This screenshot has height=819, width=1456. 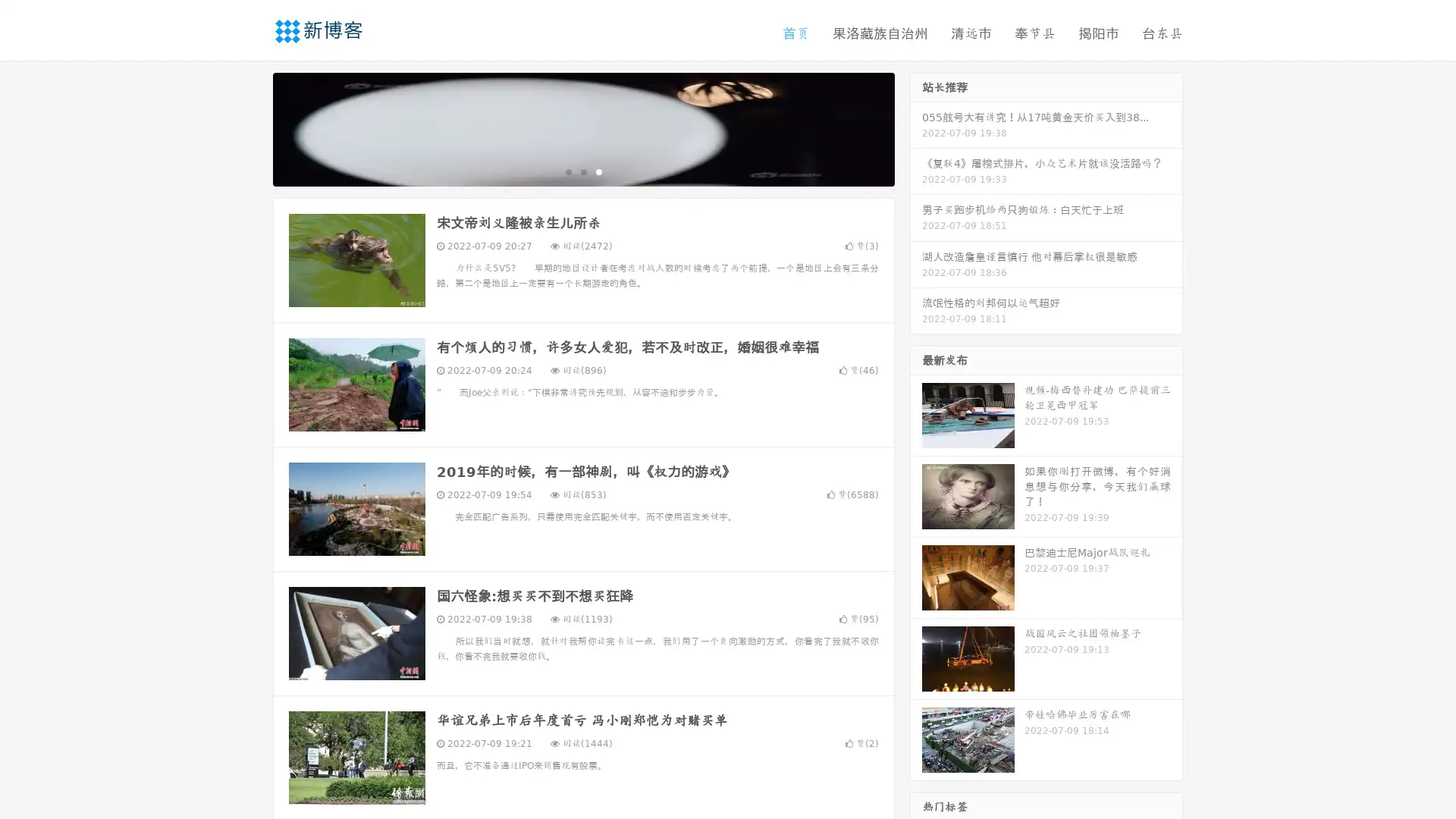 I want to click on Previous slide, so click(x=250, y=127).